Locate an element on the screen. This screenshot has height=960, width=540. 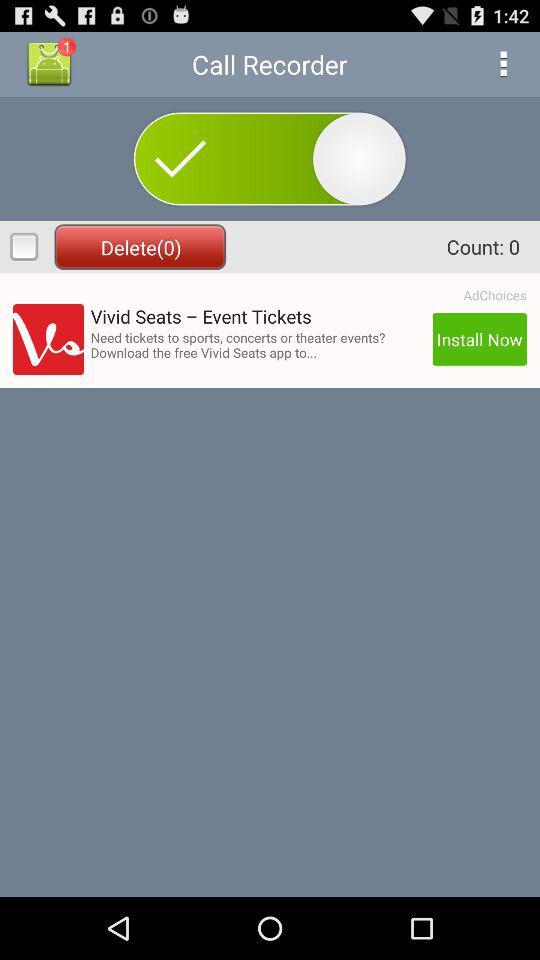
icon to the left of the call recorder app is located at coordinates (49, 64).